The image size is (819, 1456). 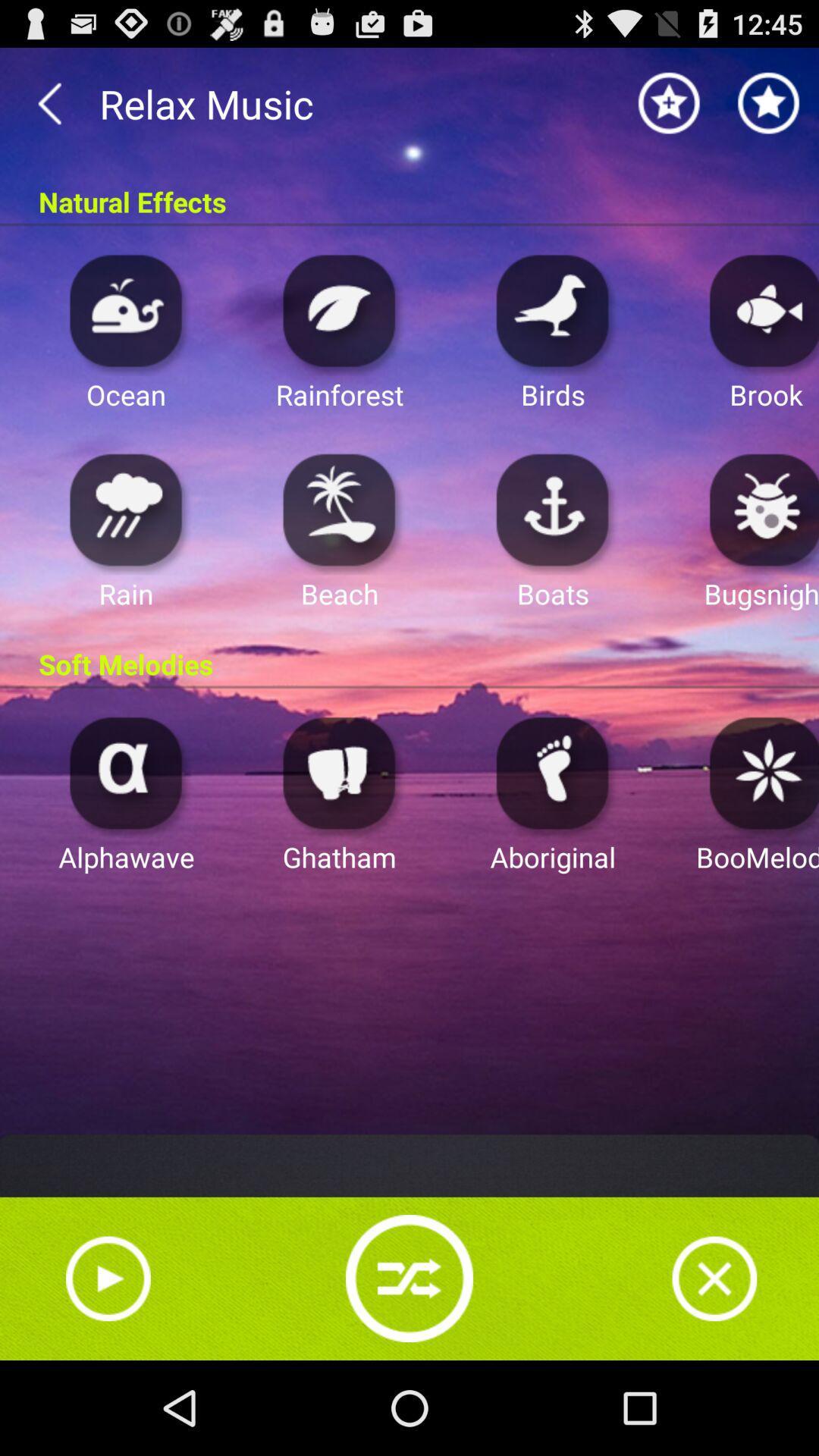 I want to click on share the article, so click(x=409, y=1277).